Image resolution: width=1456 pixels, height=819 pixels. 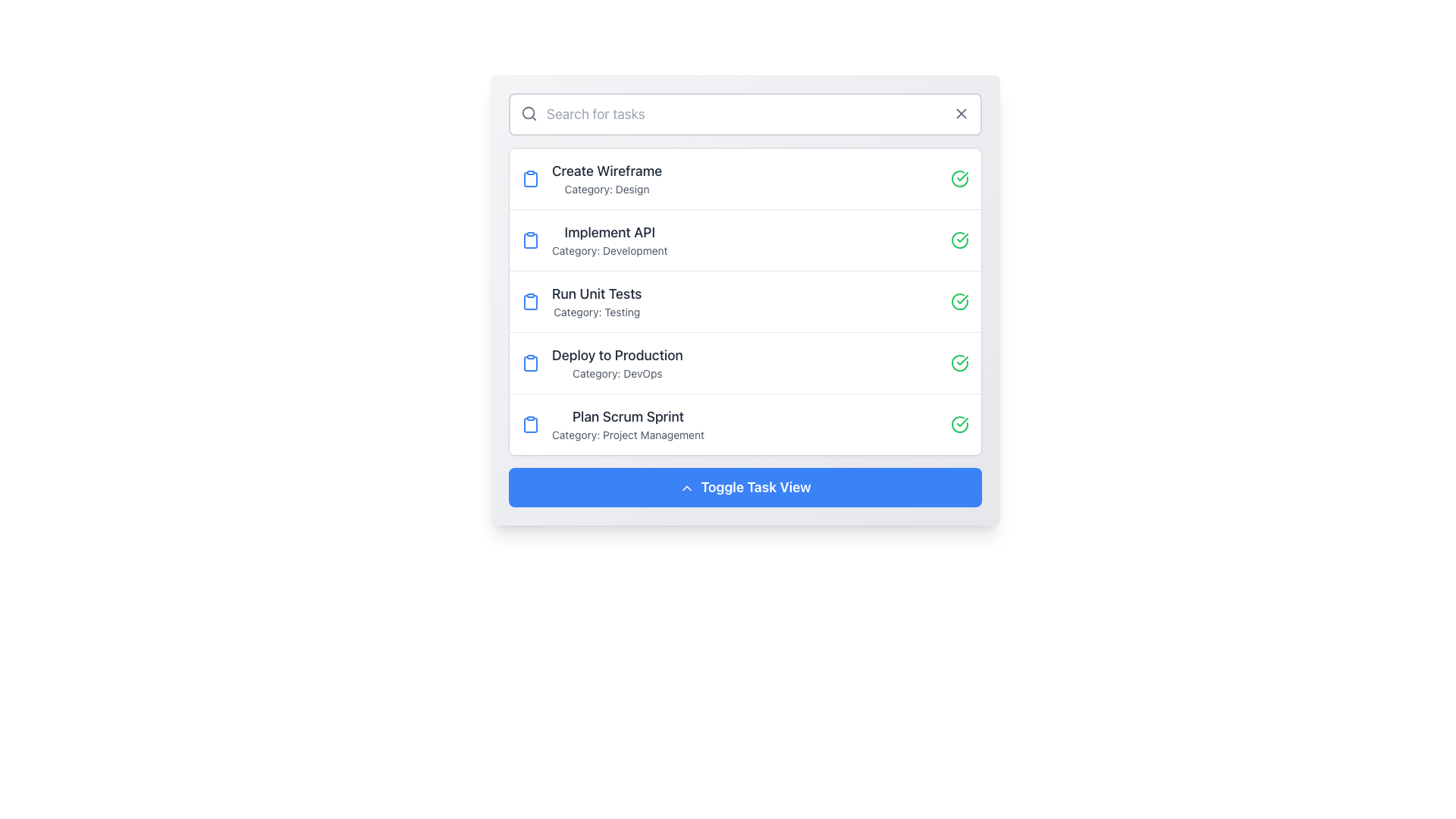 I want to click on the clear button located at the top-right corner of the search bar, so click(x=960, y=113).